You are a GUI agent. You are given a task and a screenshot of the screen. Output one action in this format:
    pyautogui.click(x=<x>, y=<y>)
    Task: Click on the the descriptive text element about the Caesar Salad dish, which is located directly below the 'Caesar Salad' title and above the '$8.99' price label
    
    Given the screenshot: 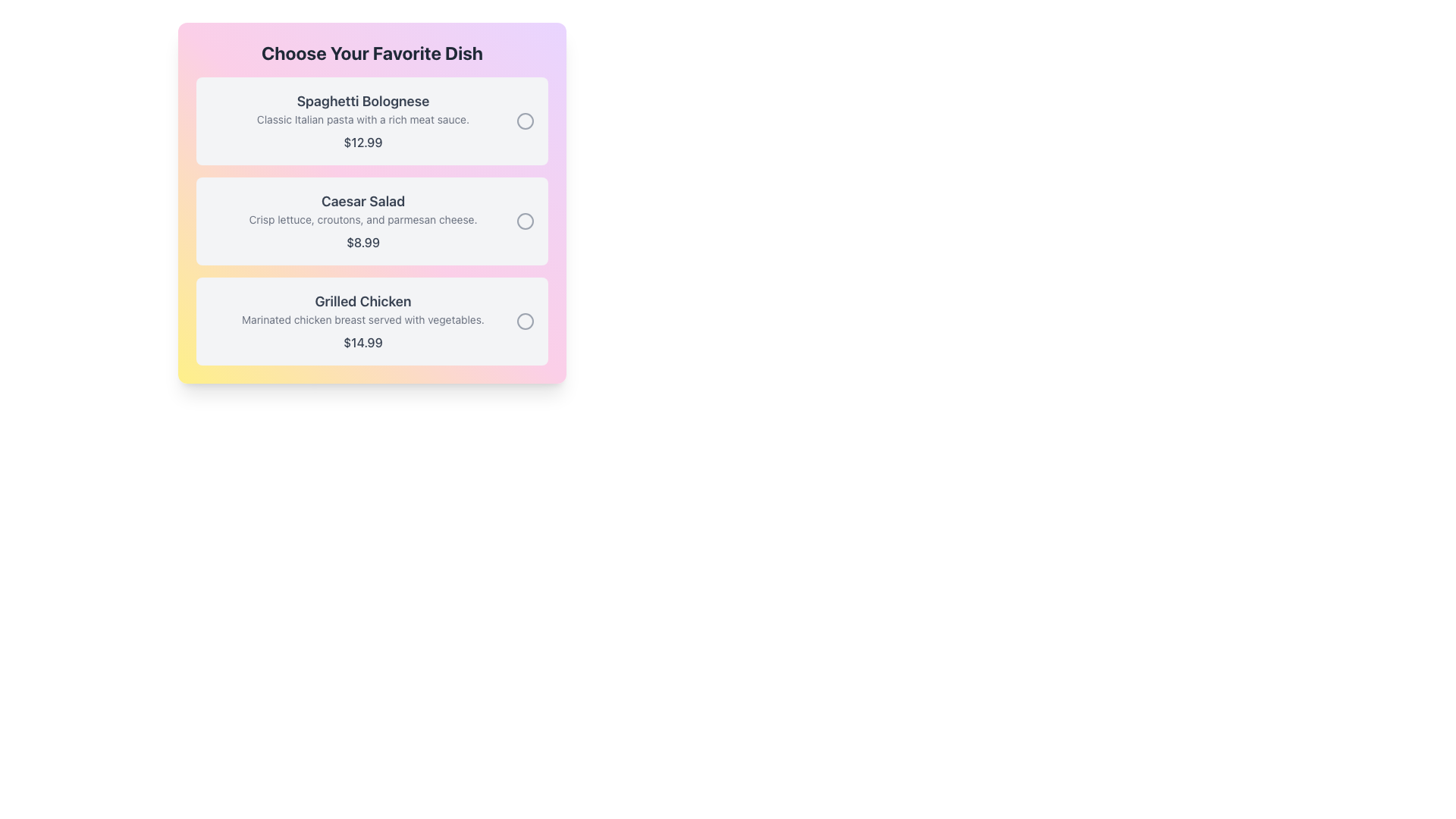 What is the action you would take?
    pyautogui.click(x=362, y=219)
    